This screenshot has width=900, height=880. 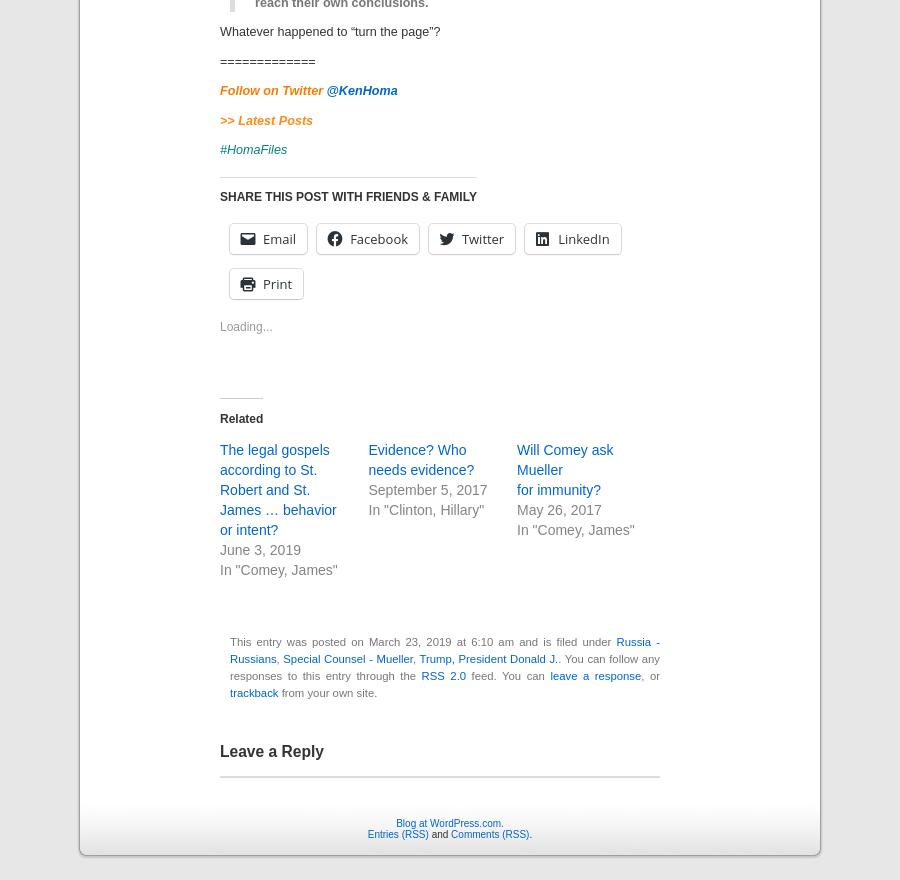 I want to click on 'This entry was posted on March 23, 2019 at 6:10 am and is filed under', so click(x=423, y=640).